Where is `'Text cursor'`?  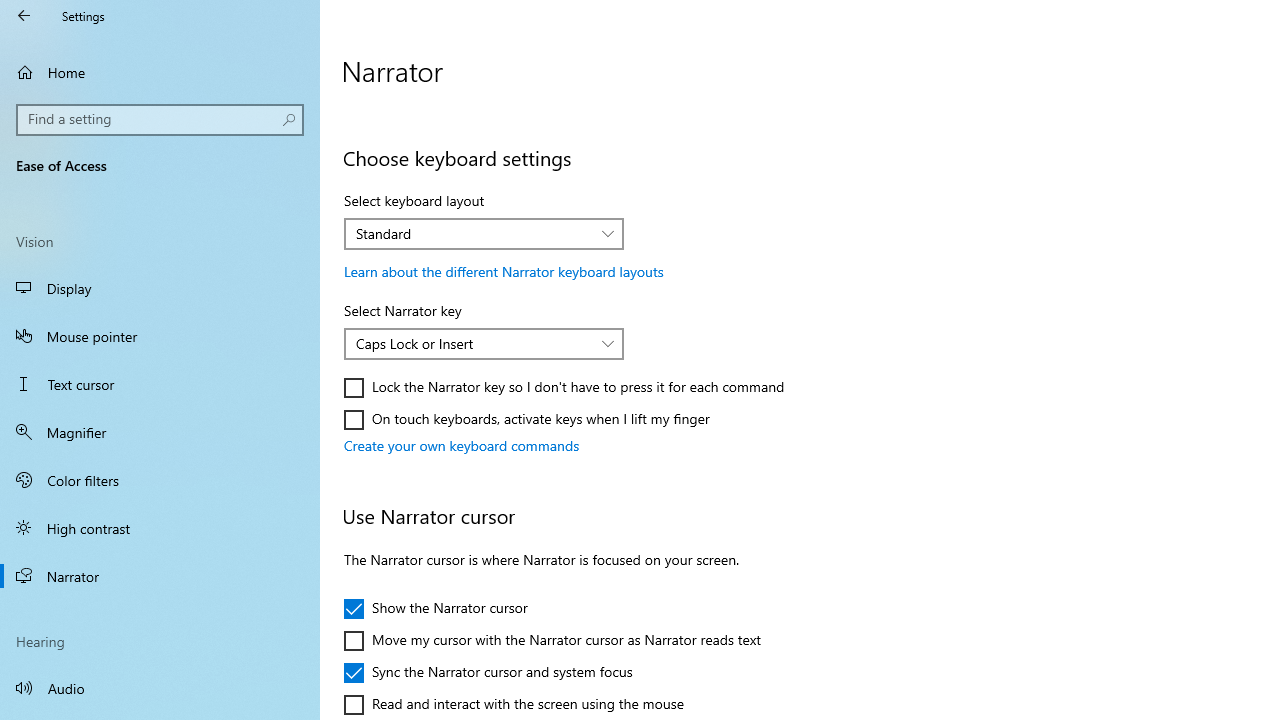 'Text cursor' is located at coordinates (160, 384).